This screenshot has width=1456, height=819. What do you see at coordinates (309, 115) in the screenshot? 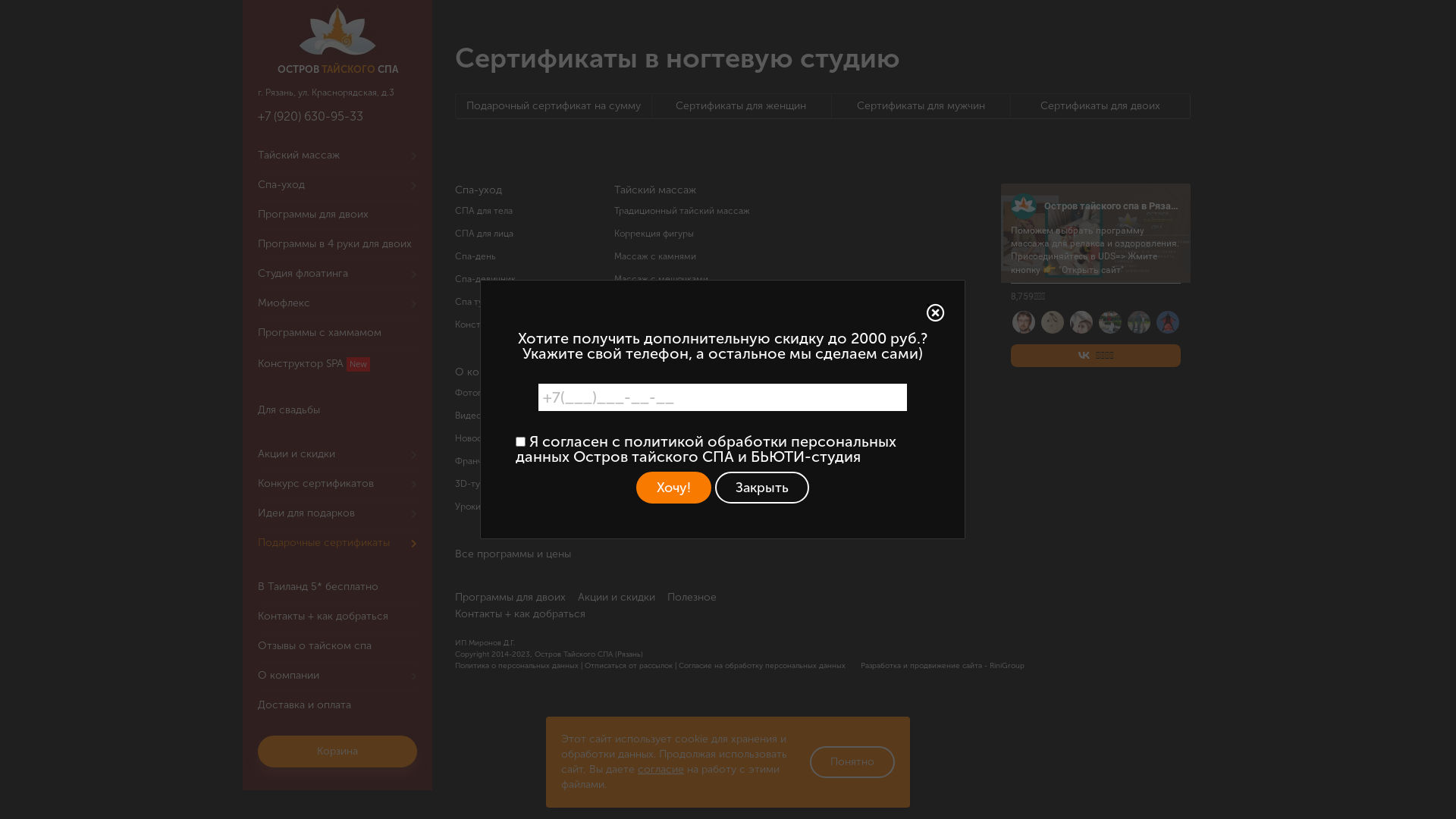
I see `'+7 (920) 630-95-33'` at bounding box center [309, 115].